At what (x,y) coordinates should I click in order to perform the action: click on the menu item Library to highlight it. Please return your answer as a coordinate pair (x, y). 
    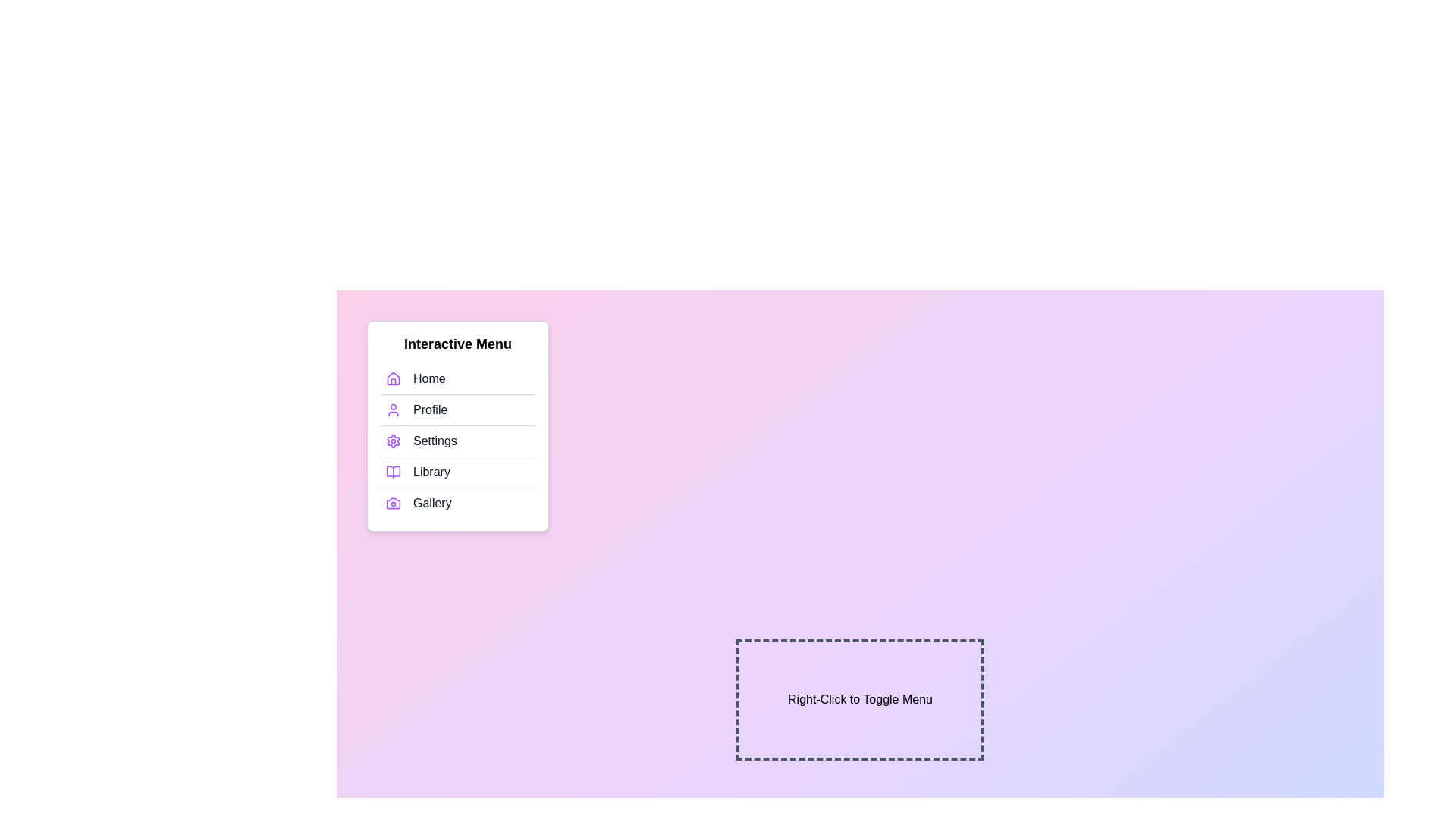
    Looking at the image, I should click on (457, 471).